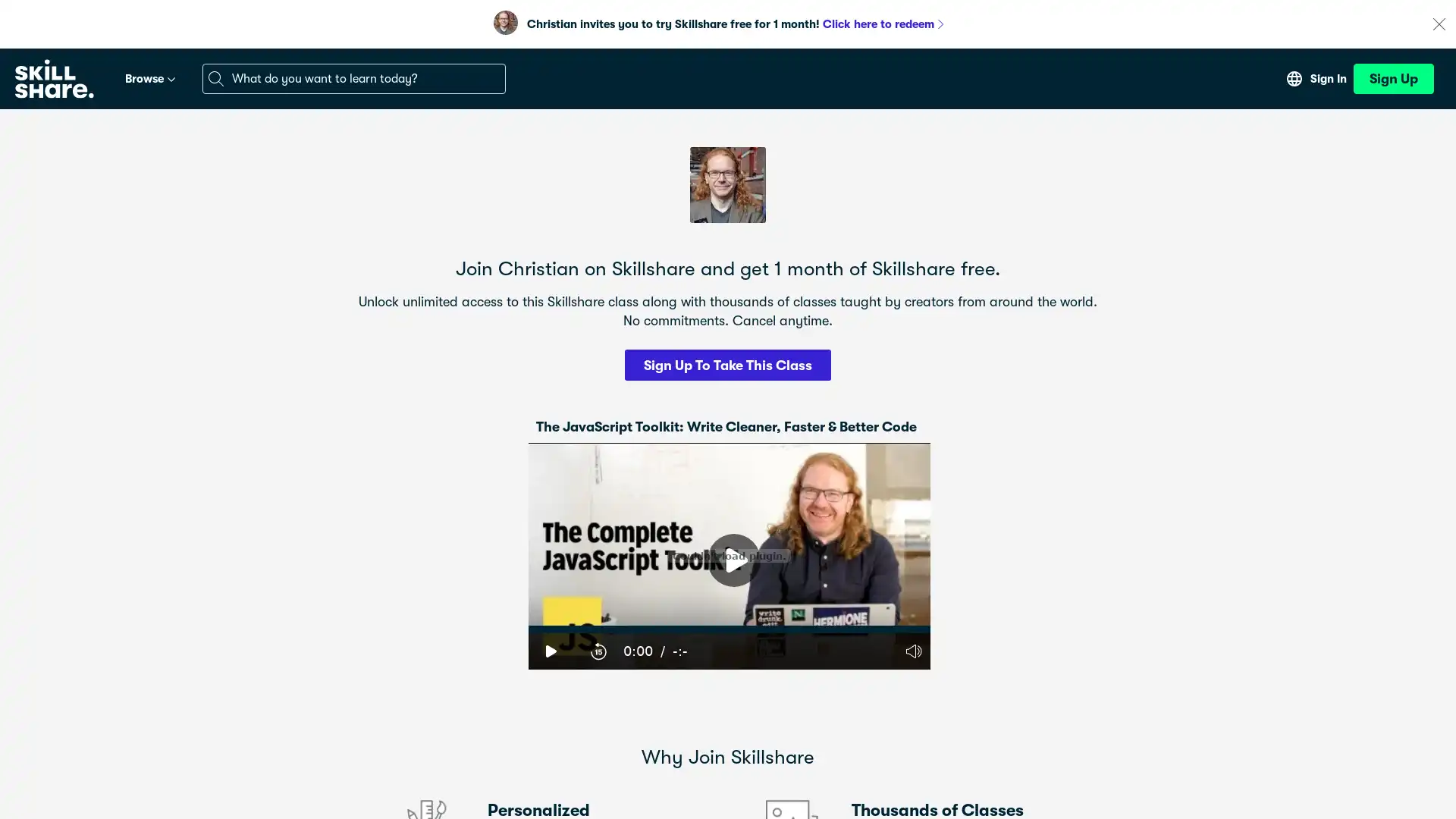  Describe the element at coordinates (598, 649) in the screenshot. I see `15-Second Rewind` at that location.